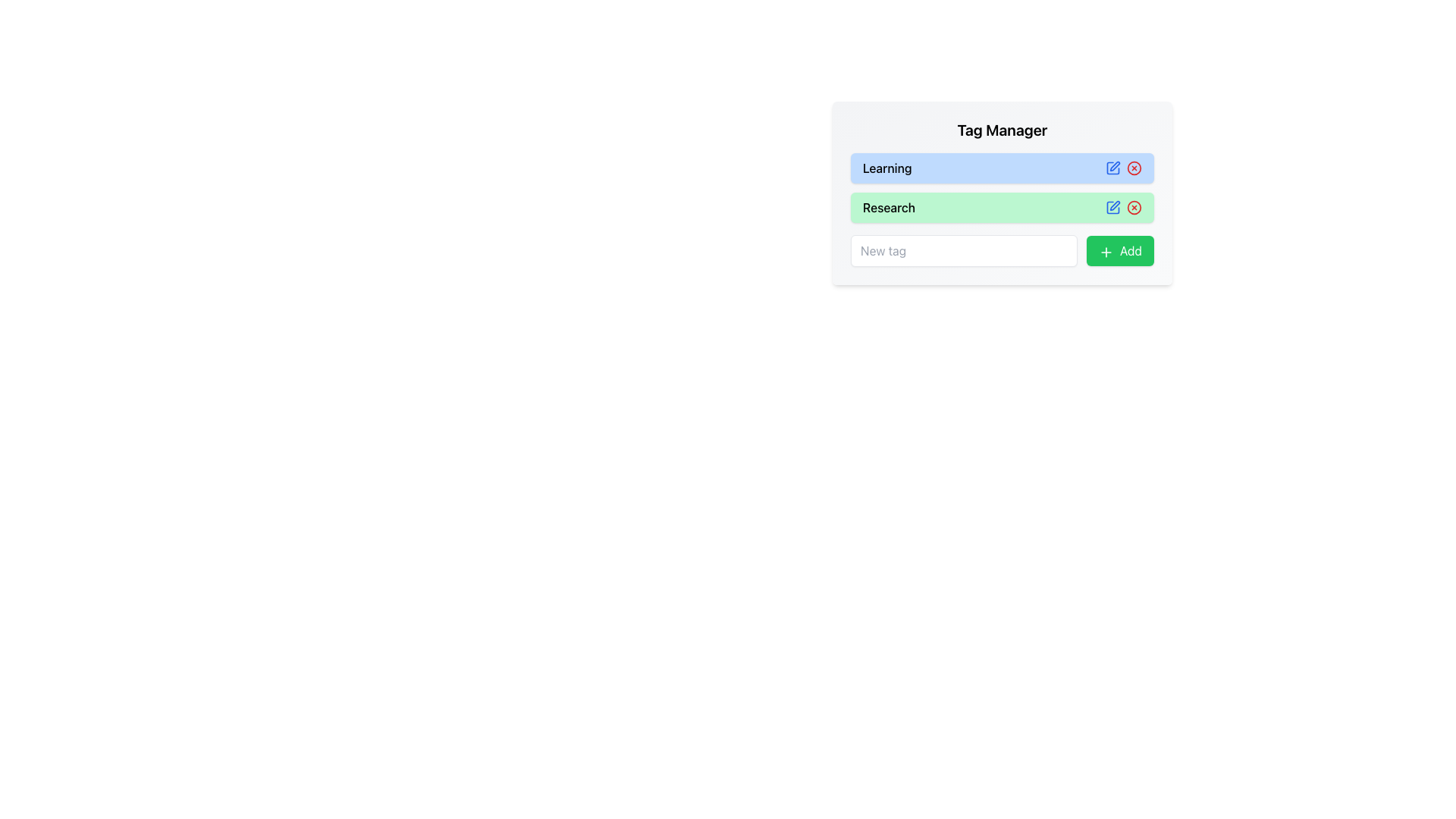 The height and width of the screenshot is (819, 1456). Describe the element at coordinates (1134, 168) in the screenshot. I see `the delete button located as the second icon in the horizontal arrangement next to the 'Learning' label in the 'Tag Manager' panel` at that location.